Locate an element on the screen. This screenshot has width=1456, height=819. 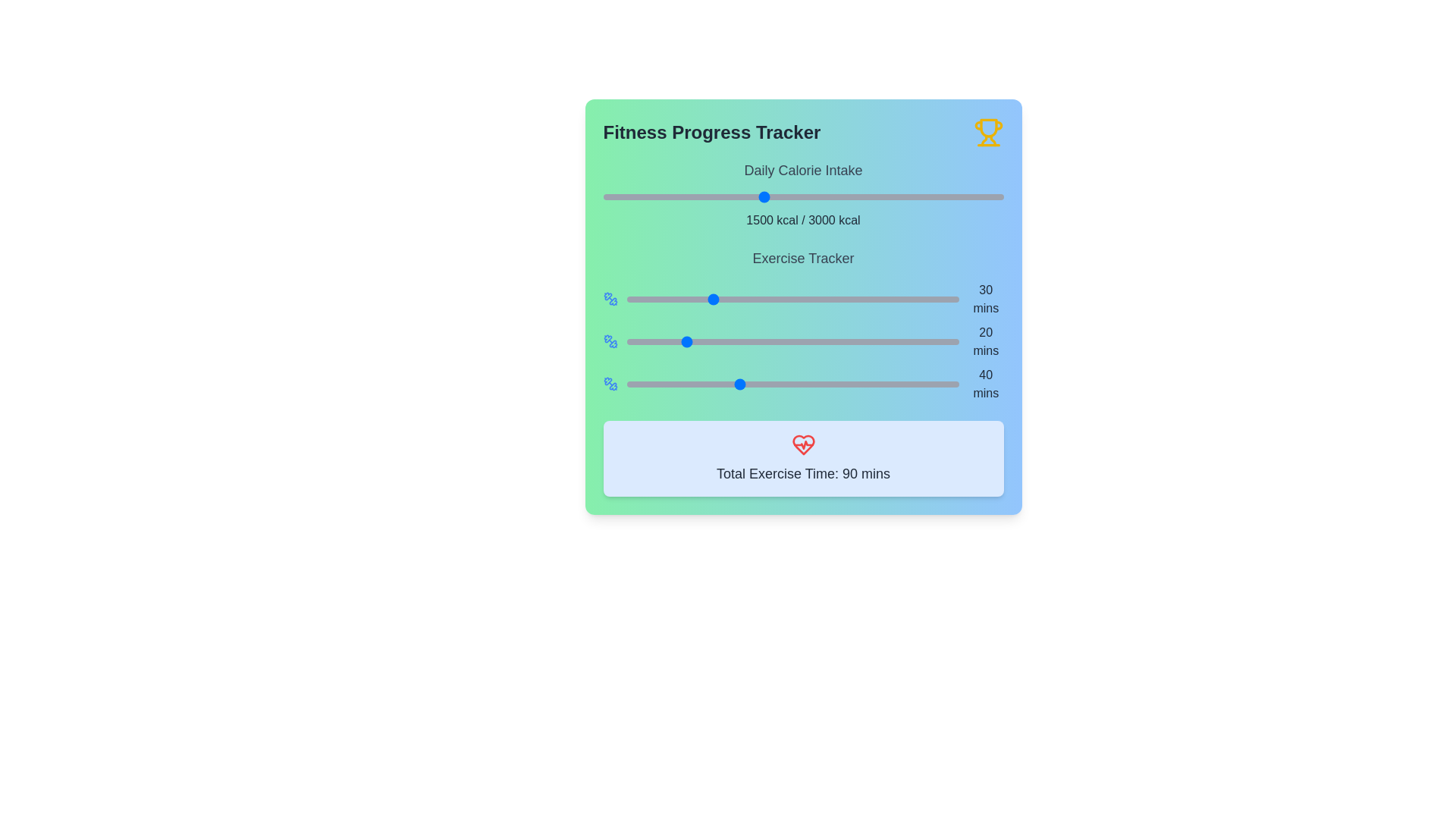
the second slider in the 'Exercise Tracker' section, which has a label displaying '20 mins', to provide visual feedback is located at coordinates (802, 342).